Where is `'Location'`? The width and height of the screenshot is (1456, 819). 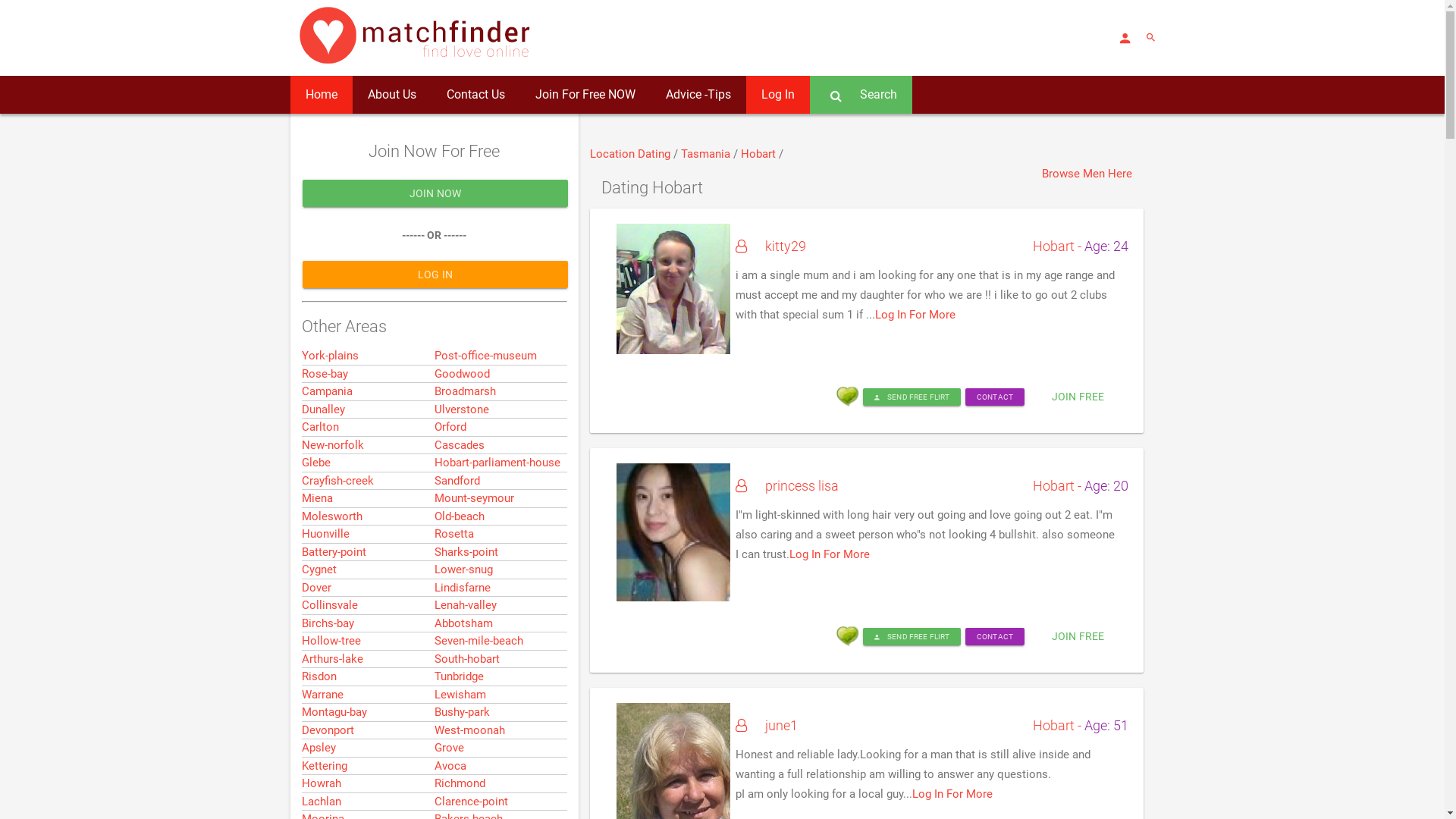
'Location' is located at coordinates (613, 154).